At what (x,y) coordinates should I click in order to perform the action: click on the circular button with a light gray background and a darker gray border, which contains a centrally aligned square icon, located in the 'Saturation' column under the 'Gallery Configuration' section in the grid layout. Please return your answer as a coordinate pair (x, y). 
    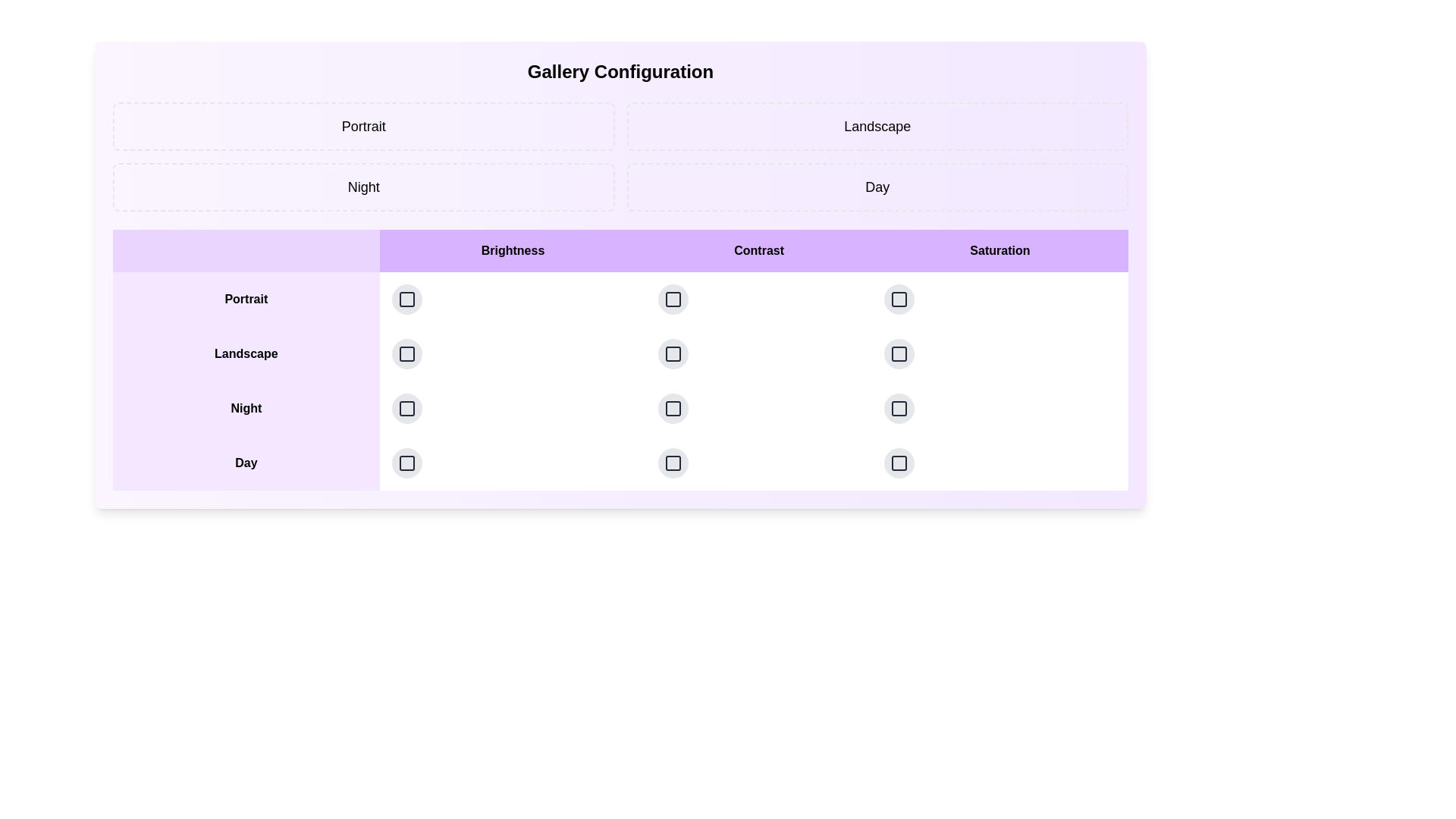
    Looking at the image, I should click on (899, 299).